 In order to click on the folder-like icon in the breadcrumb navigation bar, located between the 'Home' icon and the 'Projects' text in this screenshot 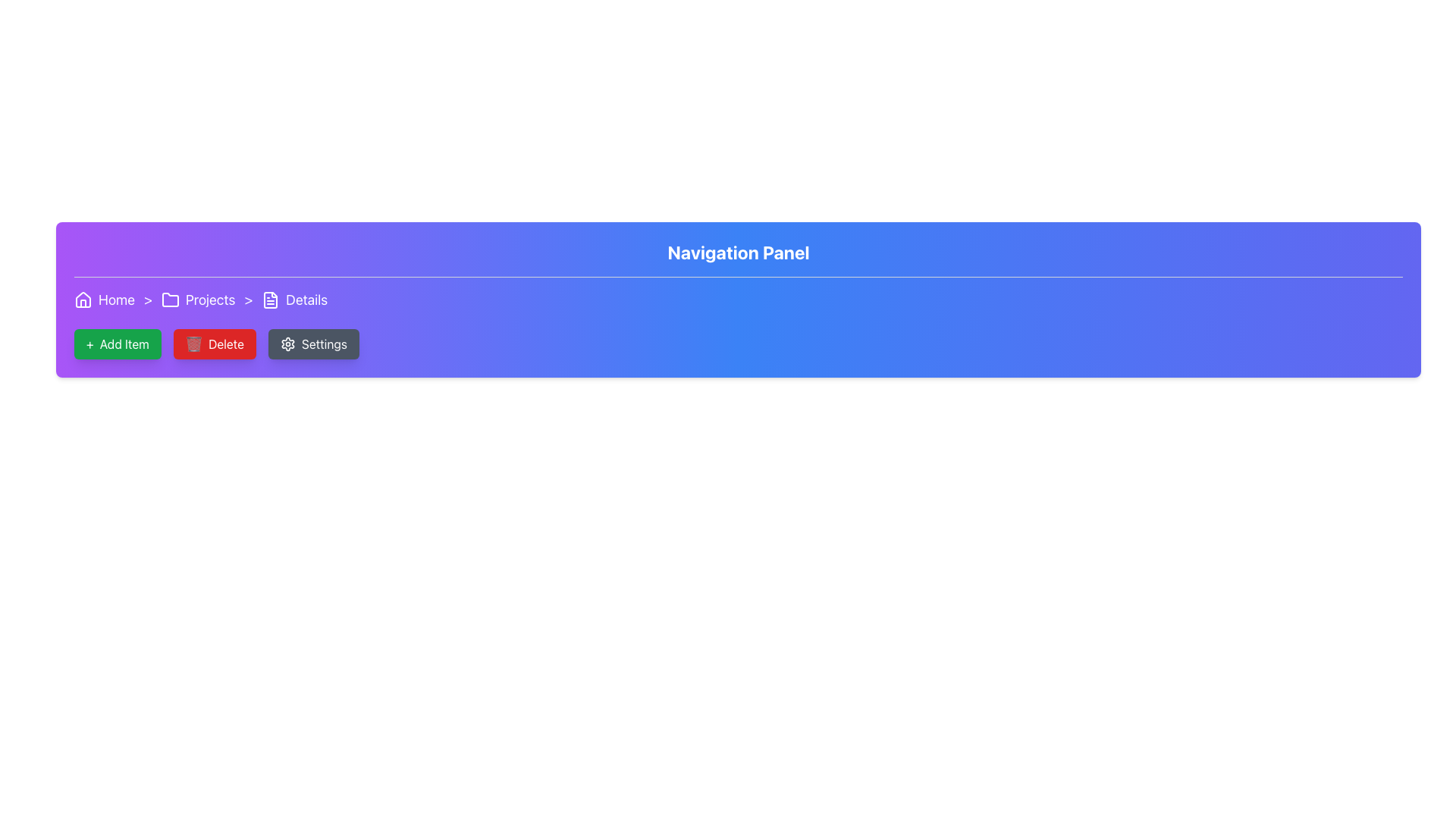, I will do `click(170, 300)`.